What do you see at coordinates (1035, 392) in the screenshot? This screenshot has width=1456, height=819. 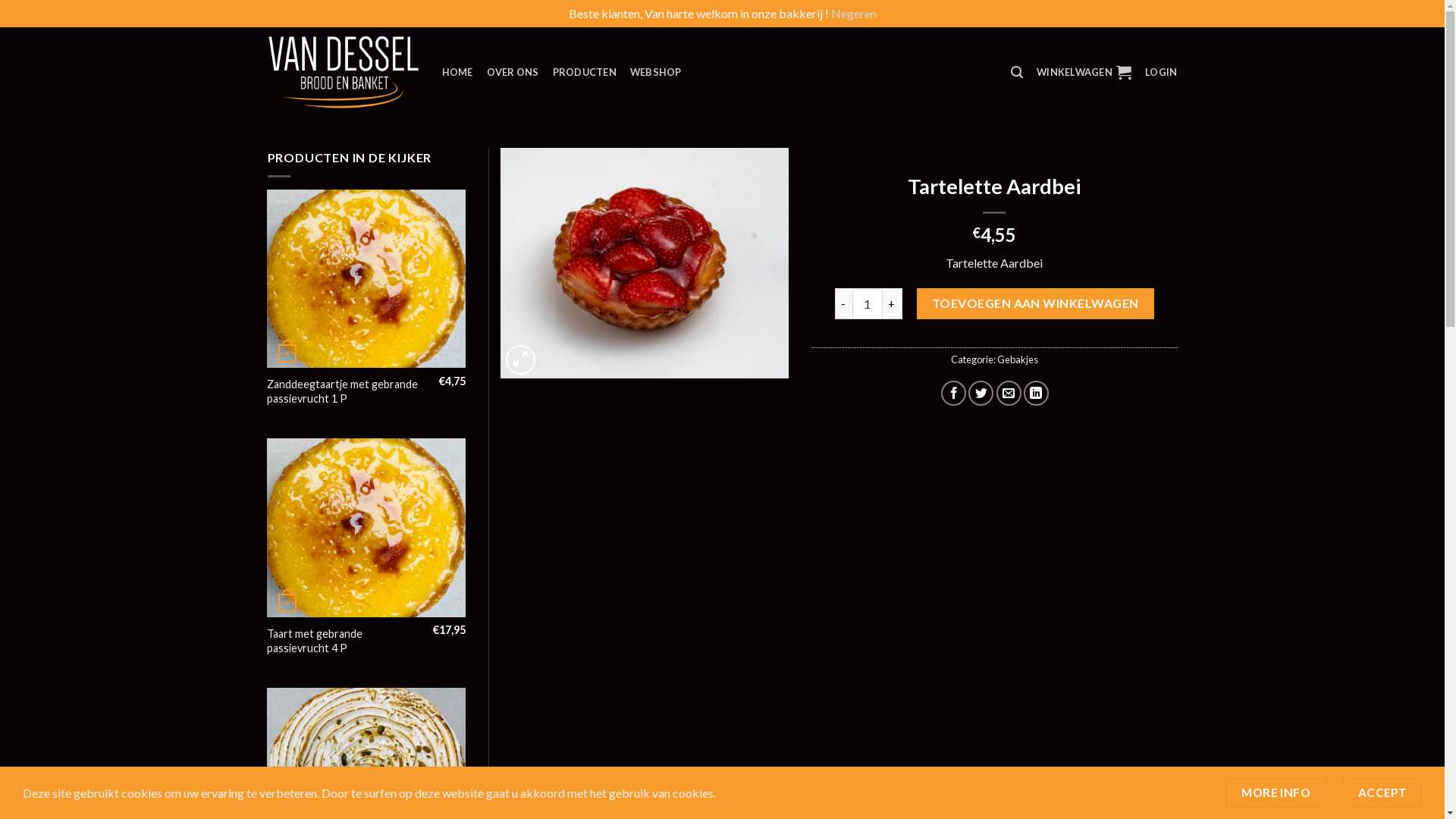 I see `'Share on LinkedIn'` at bounding box center [1035, 392].